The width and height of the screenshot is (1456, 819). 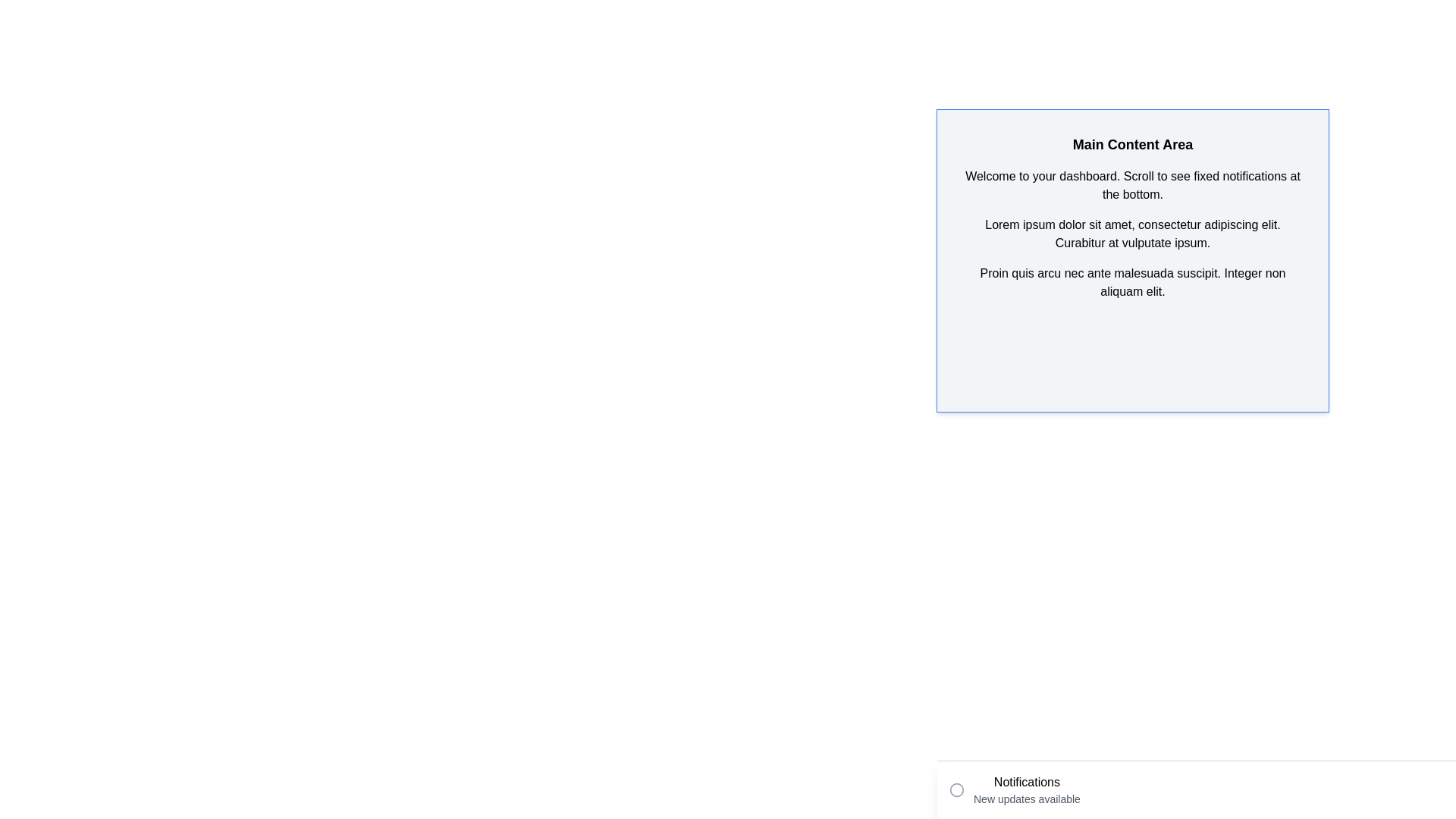 What do you see at coordinates (1015, 789) in the screenshot?
I see `the Notification Display Component that contains the title 'Notifications' and the subtitle 'New updates available' with a gray circular icon on the left` at bounding box center [1015, 789].